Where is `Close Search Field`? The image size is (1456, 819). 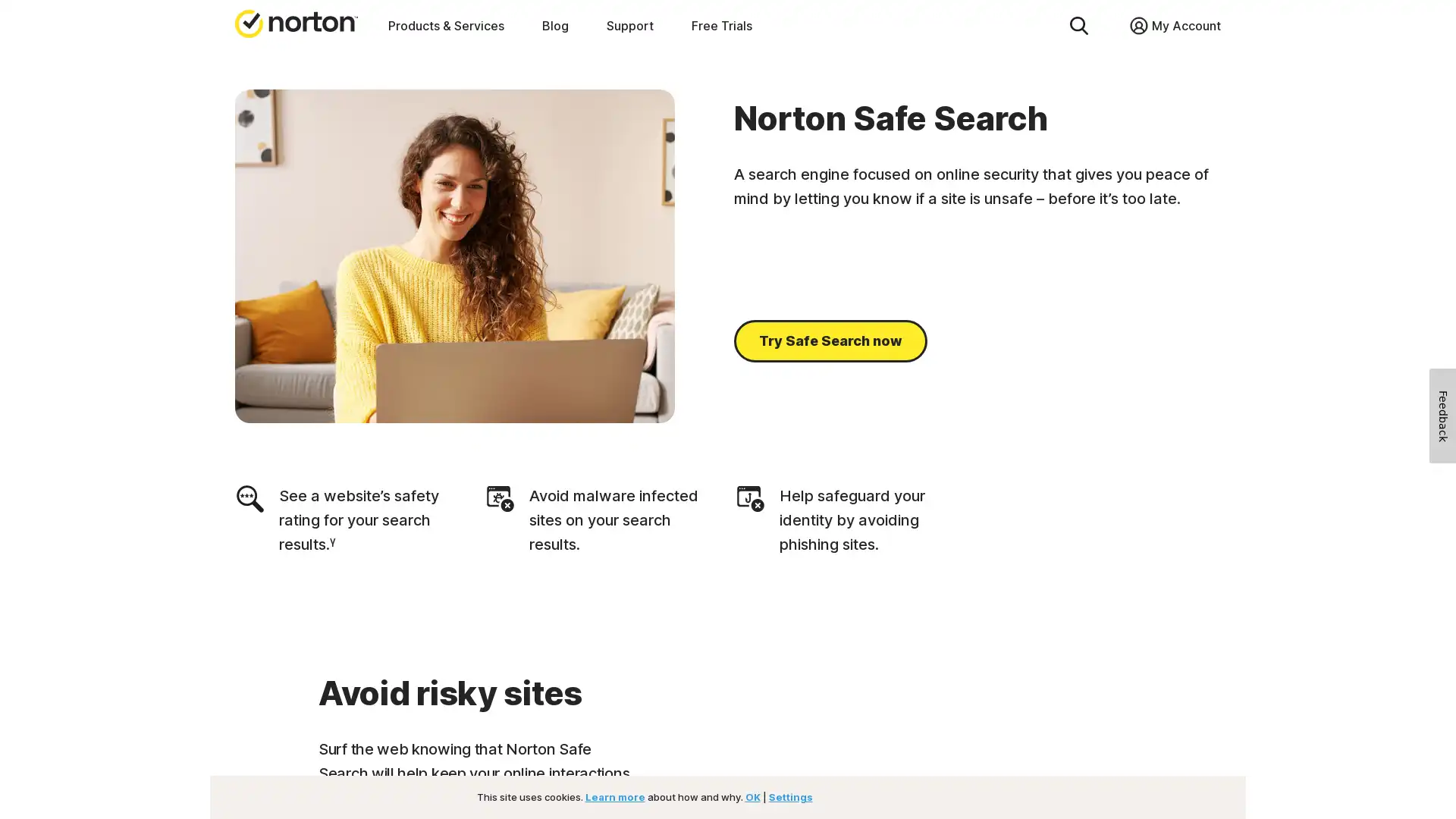 Close Search Field is located at coordinates (1084, 25).